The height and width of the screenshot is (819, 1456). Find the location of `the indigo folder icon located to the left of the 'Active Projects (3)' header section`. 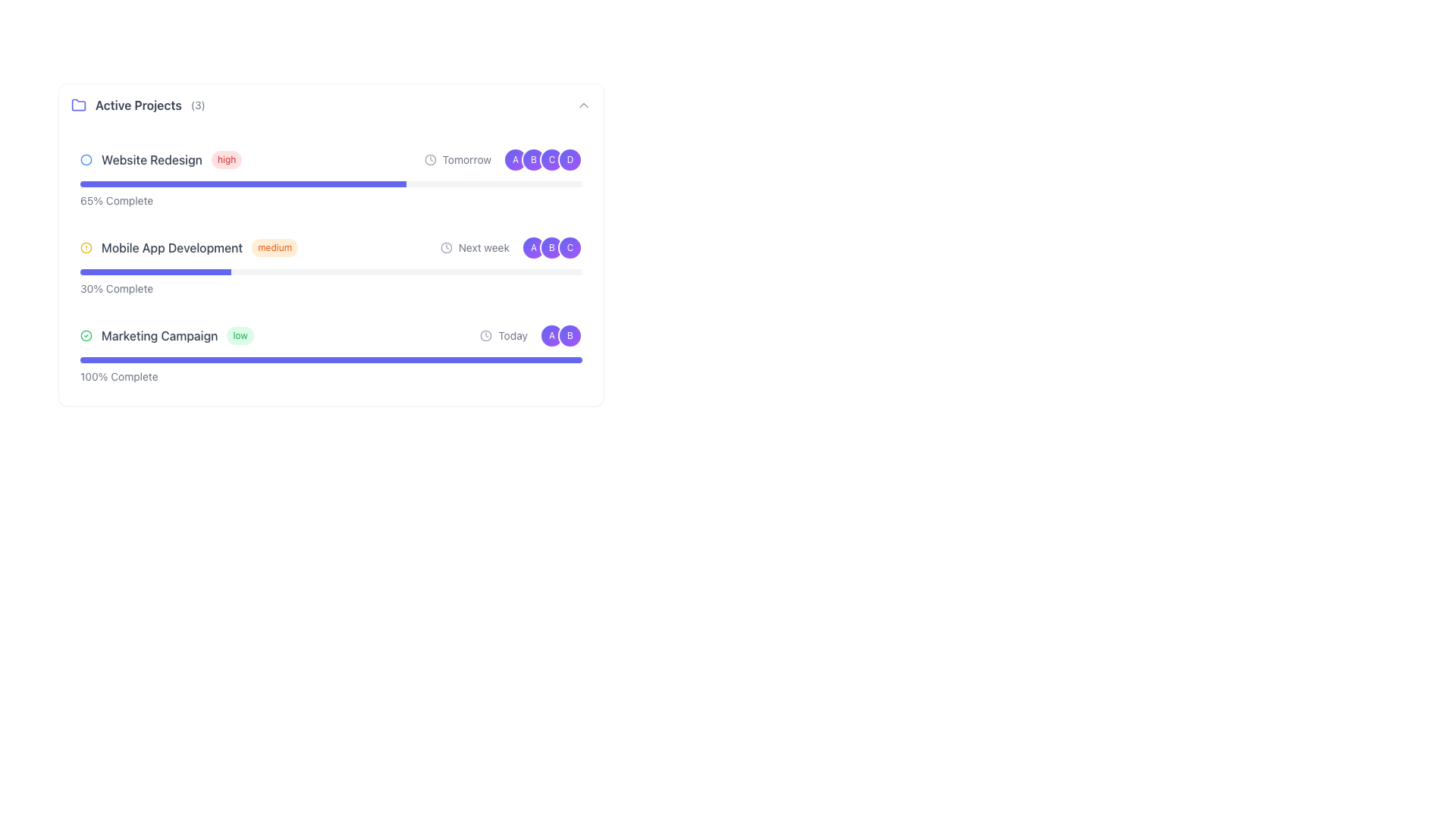

the indigo folder icon located to the left of the 'Active Projects (3)' header section is located at coordinates (78, 104).